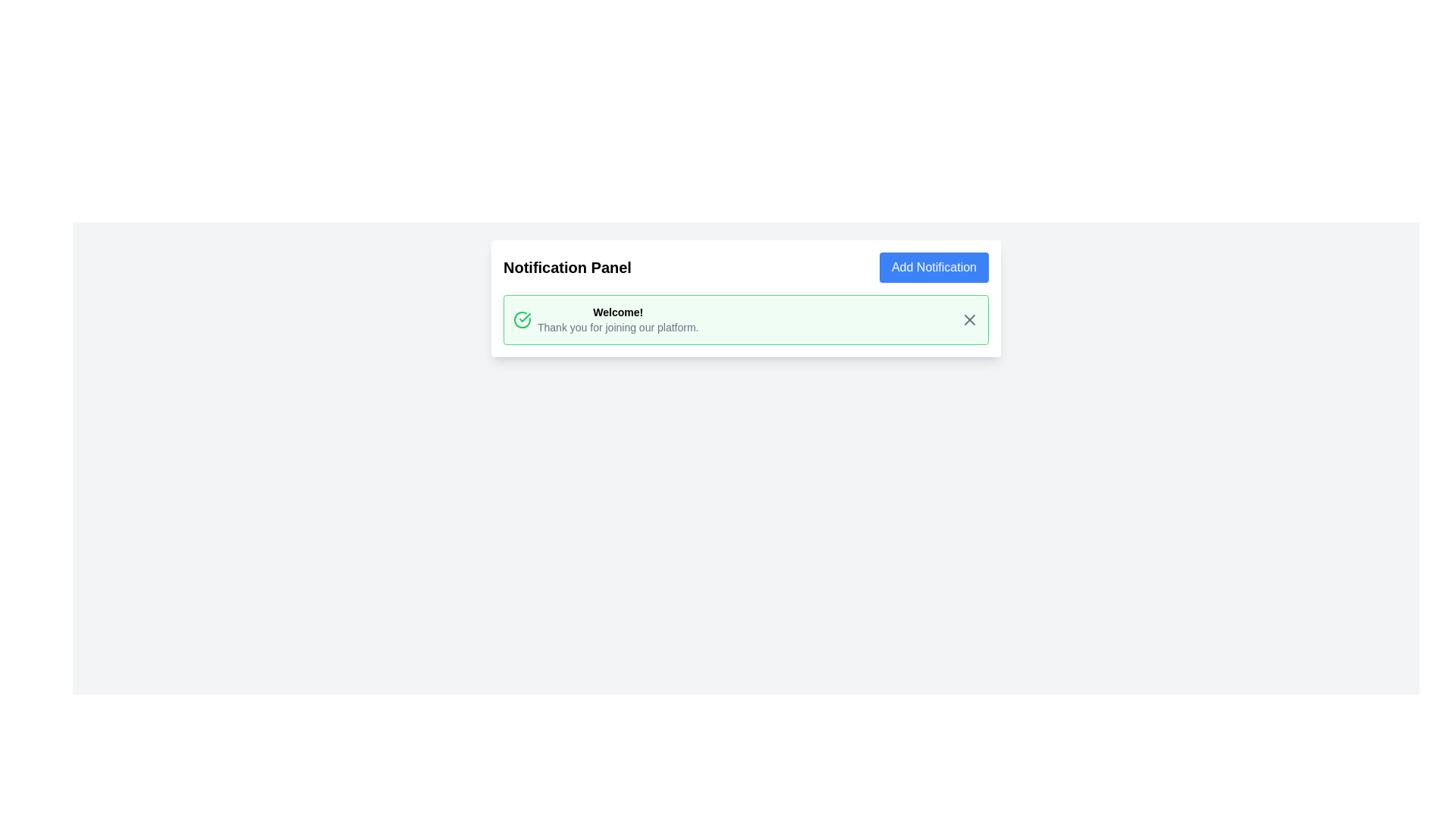  What do you see at coordinates (525, 317) in the screenshot?
I see `the green checkmark icon within the notification card that has a green border and light green background, located to the left of the bolded 'Welcome!' text` at bounding box center [525, 317].